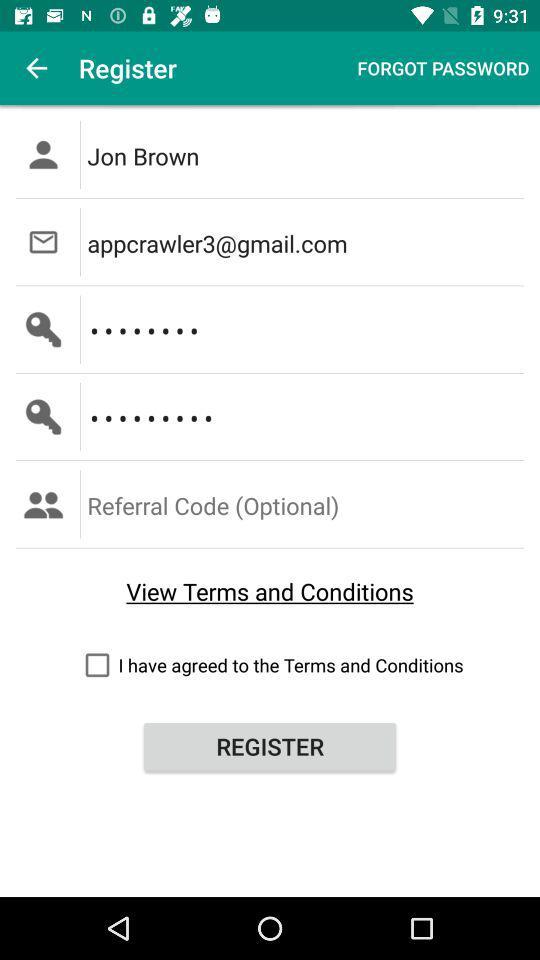 The image size is (540, 960). I want to click on crowd316 item, so click(307, 329).